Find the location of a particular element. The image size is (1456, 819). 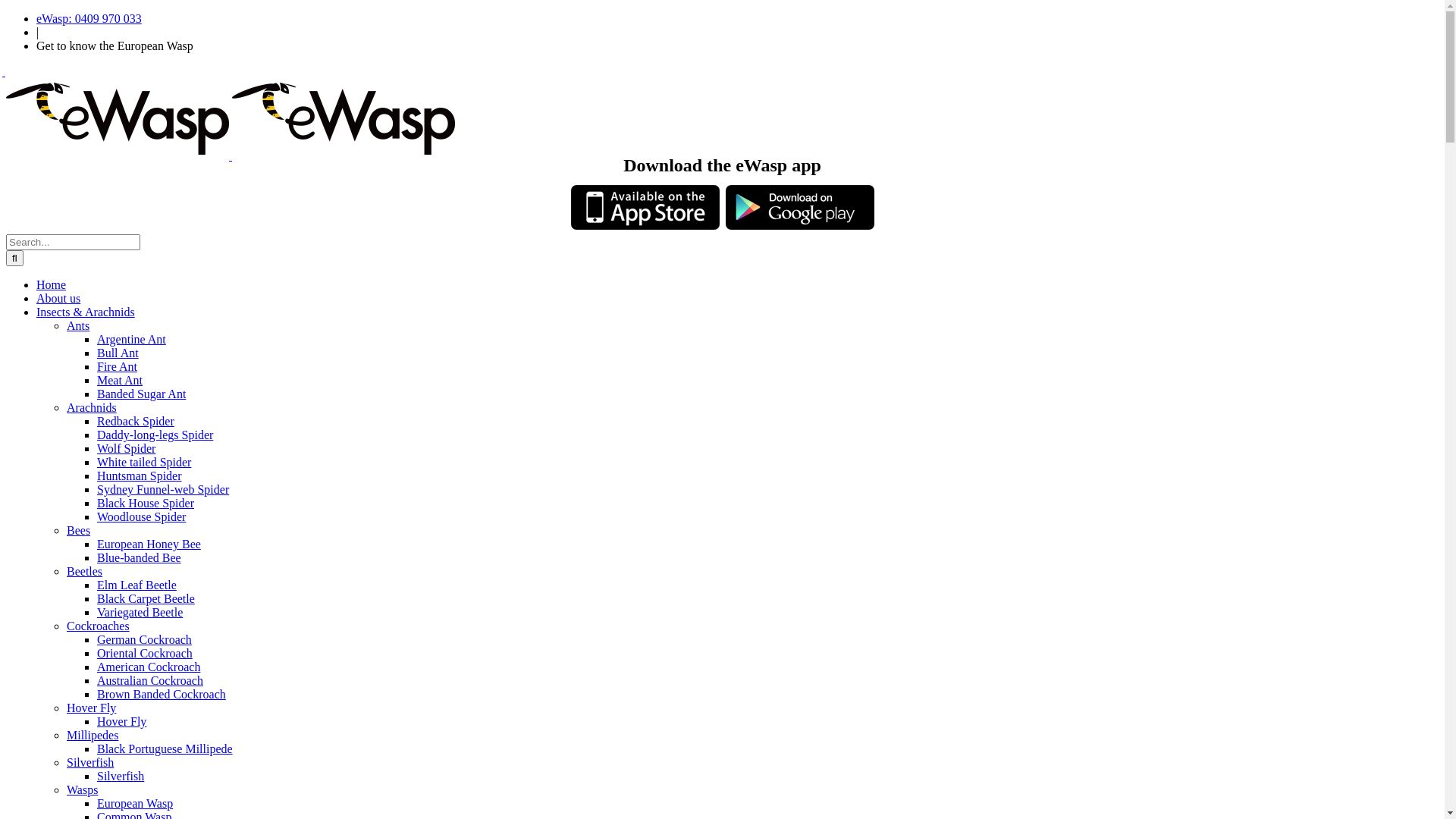

'Fire Ant' is located at coordinates (96, 366).